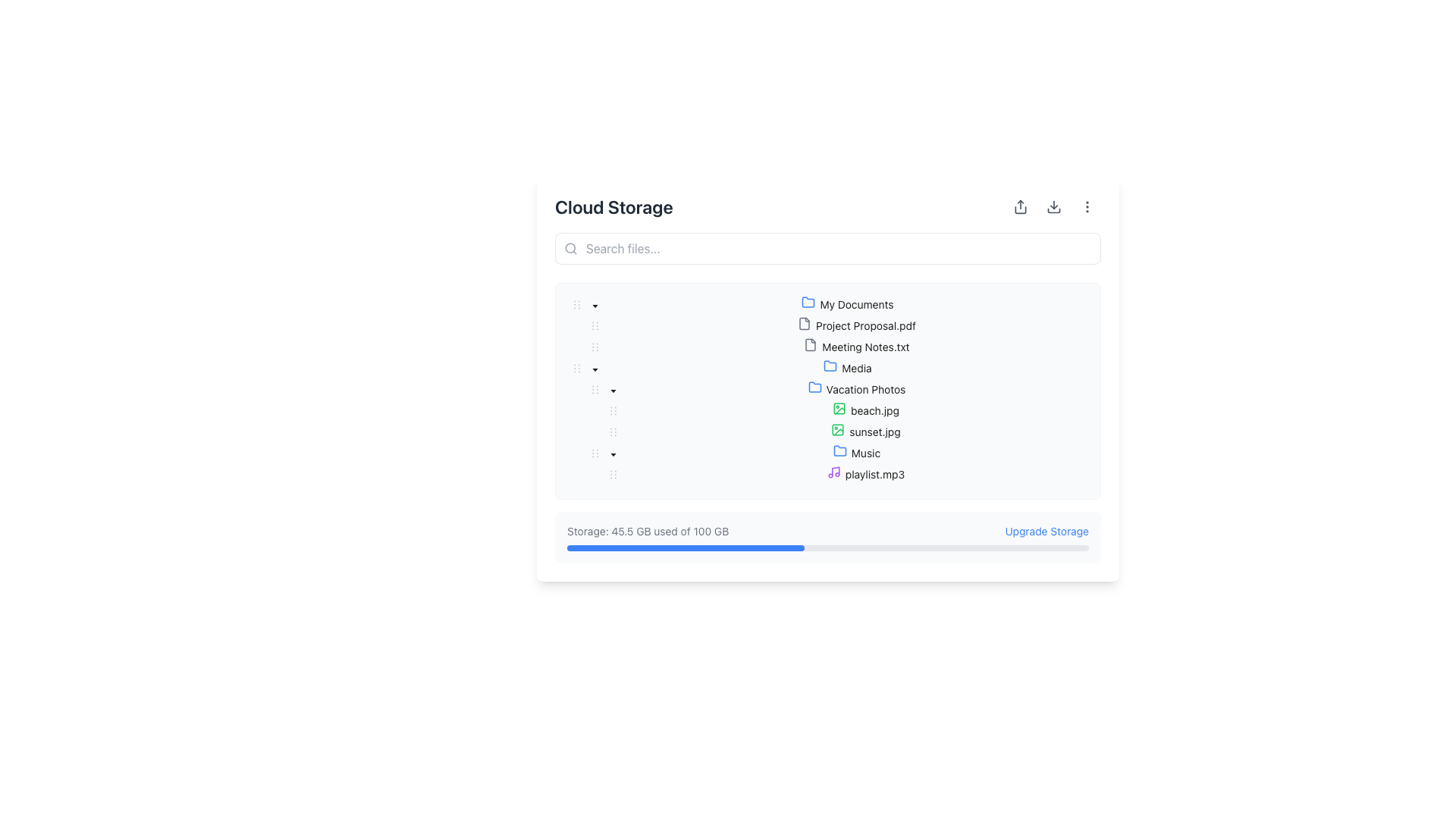 The height and width of the screenshot is (819, 1456). What do you see at coordinates (810, 345) in the screenshot?
I see `the SVG icon resembling a document or file, located immediately to the left of the 'Meeting Notes.txt' label` at bounding box center [810, 345].